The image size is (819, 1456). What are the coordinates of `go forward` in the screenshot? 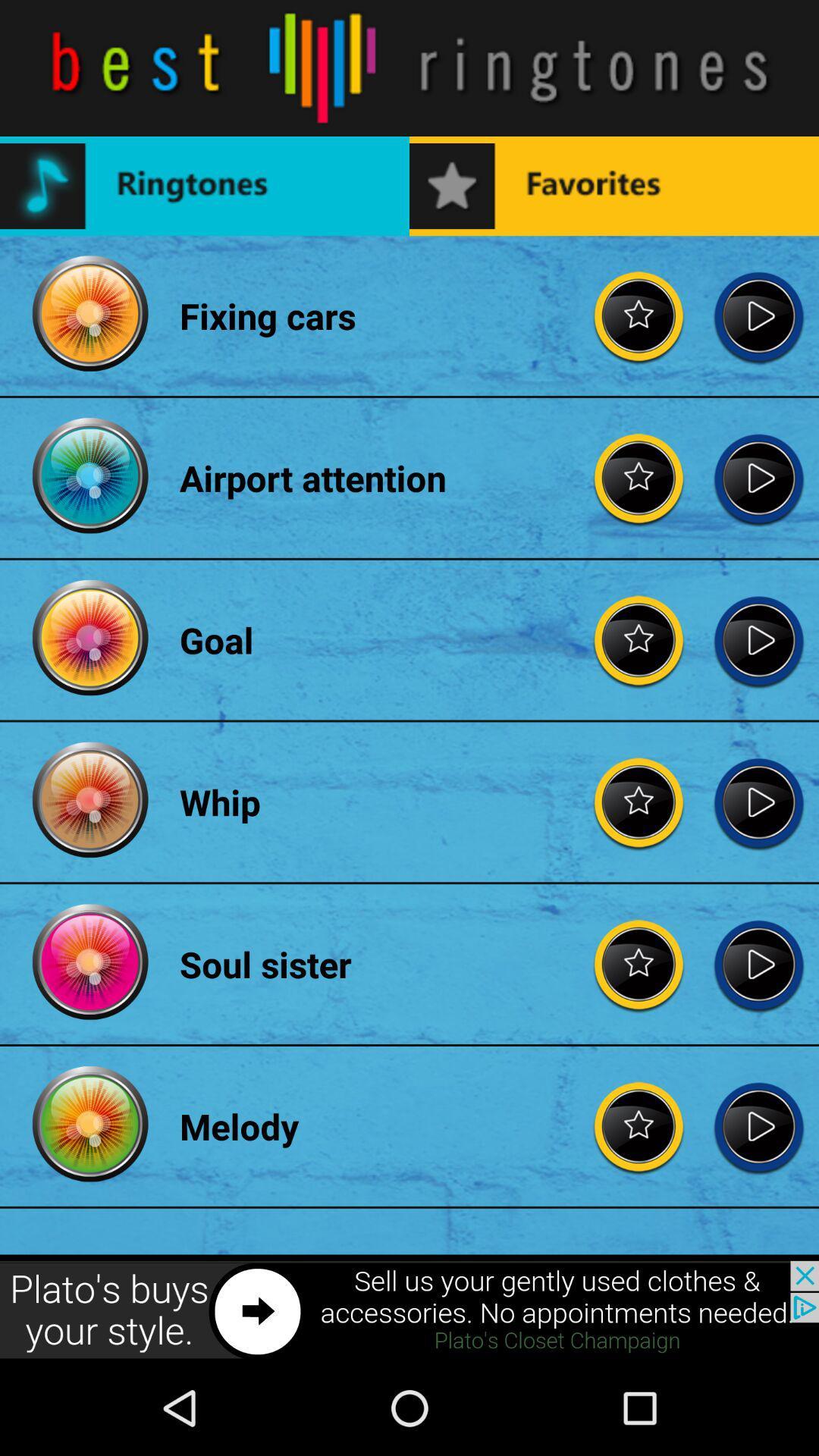 It's located at (758, 963).